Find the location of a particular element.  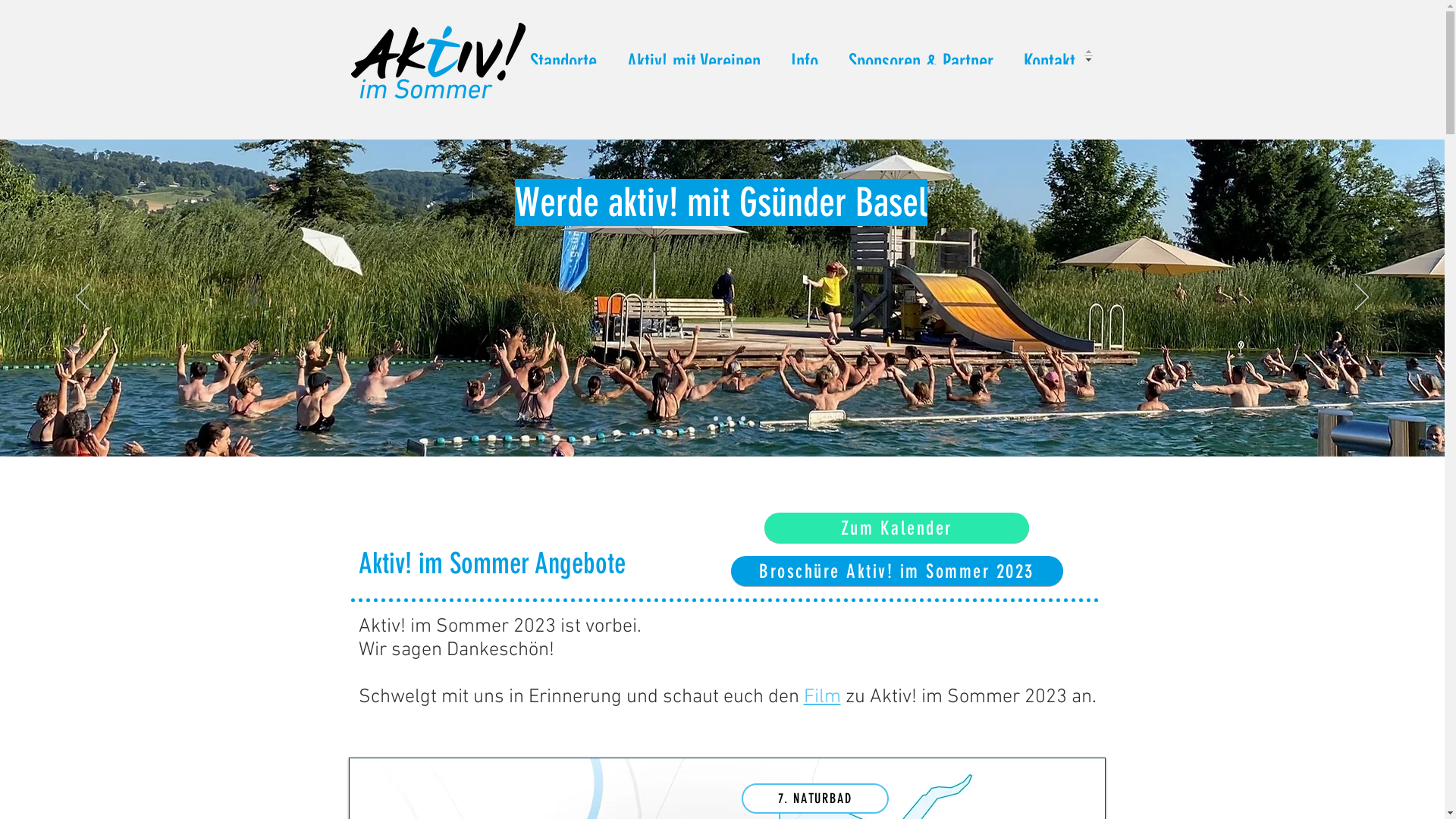

'Standorte' is located at coordinates (513, 55).